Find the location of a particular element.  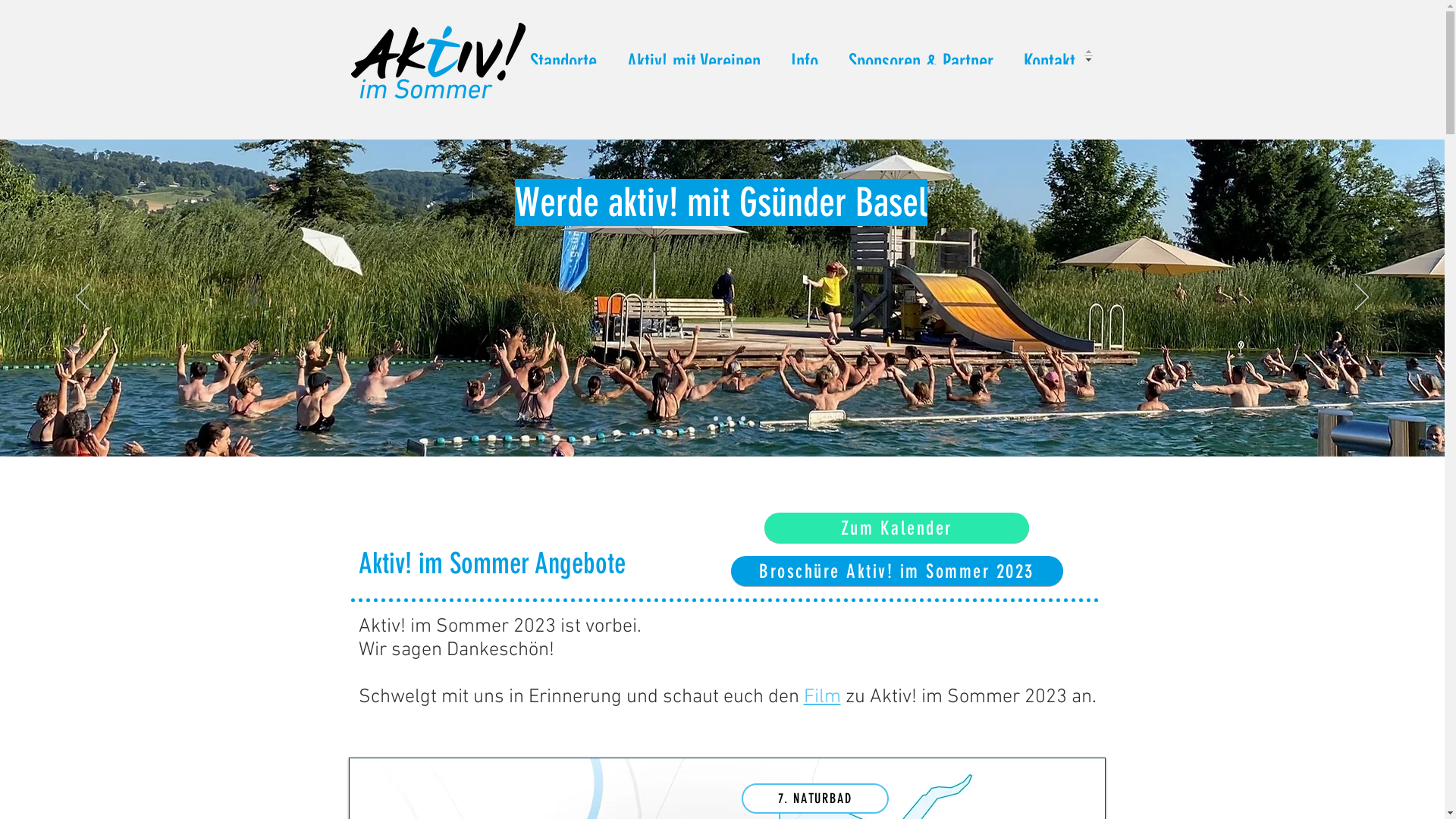

'Standorte' is located at coordinates (513, 55).